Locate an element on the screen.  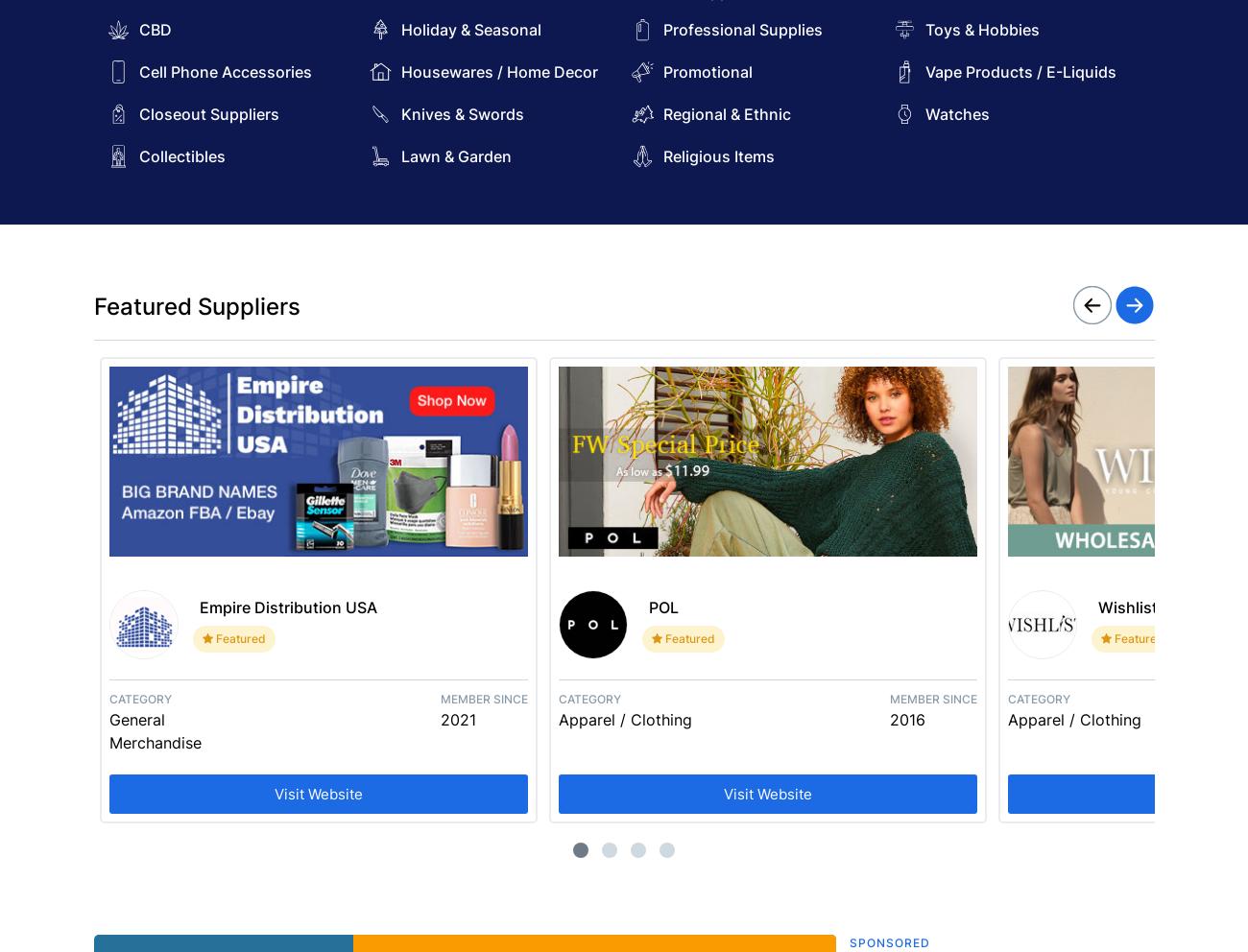
'General Merchandise' is located at coordinates (153, 728).